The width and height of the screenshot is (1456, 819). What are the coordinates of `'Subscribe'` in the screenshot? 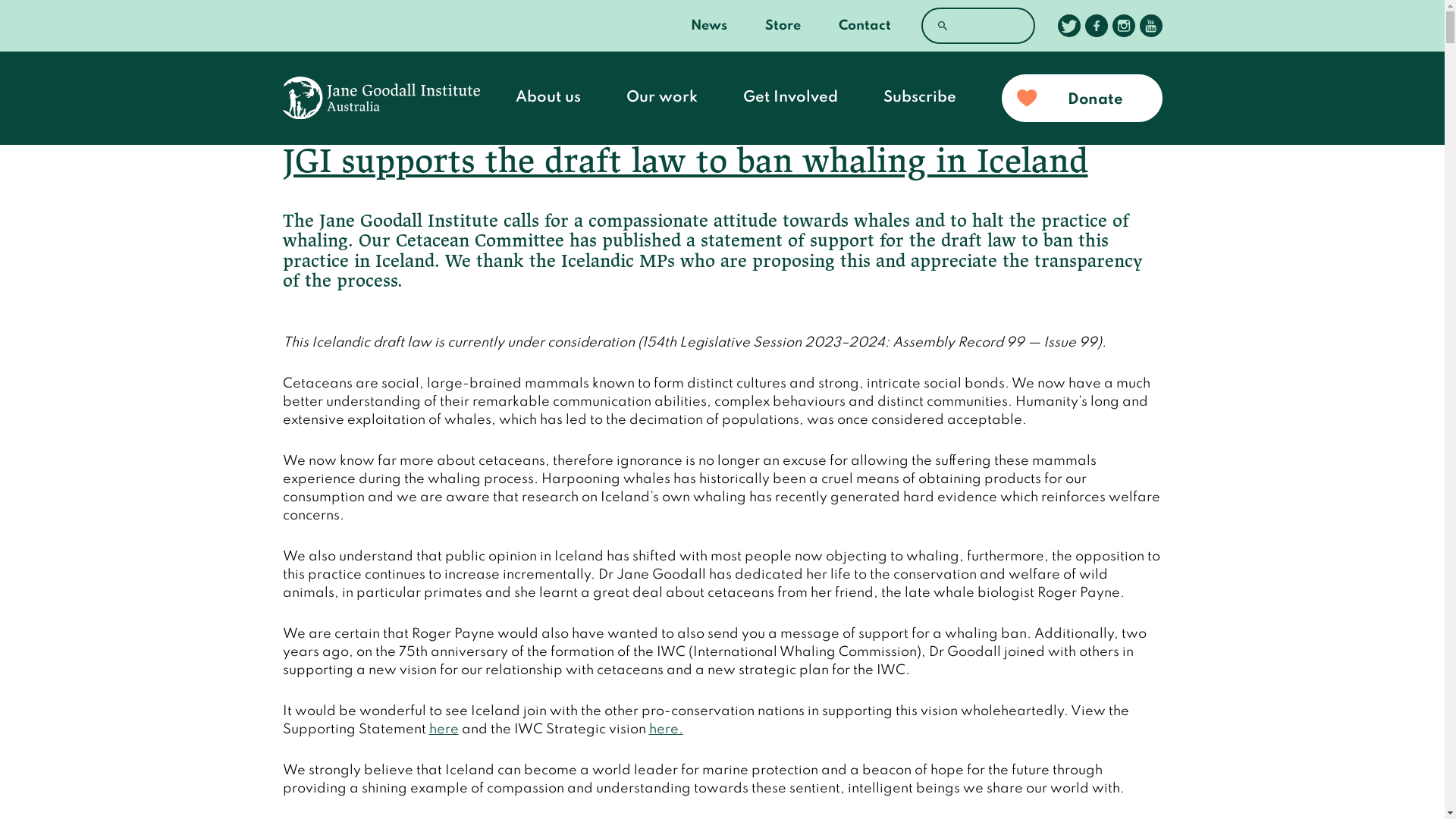 It's located at (883, 97).